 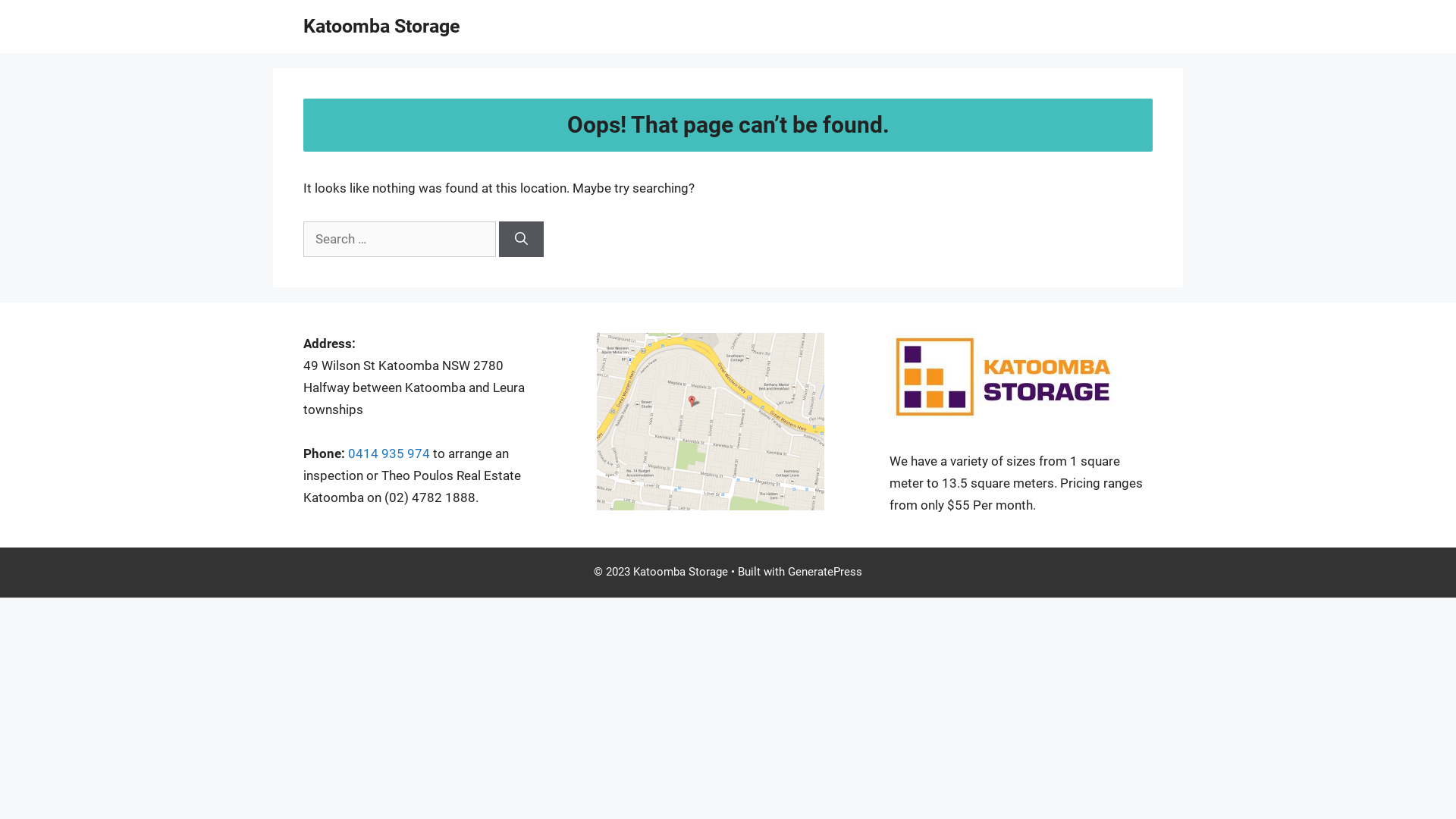 What do you see at coordinates (824, 571) in the screenshot?
I see `'GeneratePress'` at bounding box center [824, 571].